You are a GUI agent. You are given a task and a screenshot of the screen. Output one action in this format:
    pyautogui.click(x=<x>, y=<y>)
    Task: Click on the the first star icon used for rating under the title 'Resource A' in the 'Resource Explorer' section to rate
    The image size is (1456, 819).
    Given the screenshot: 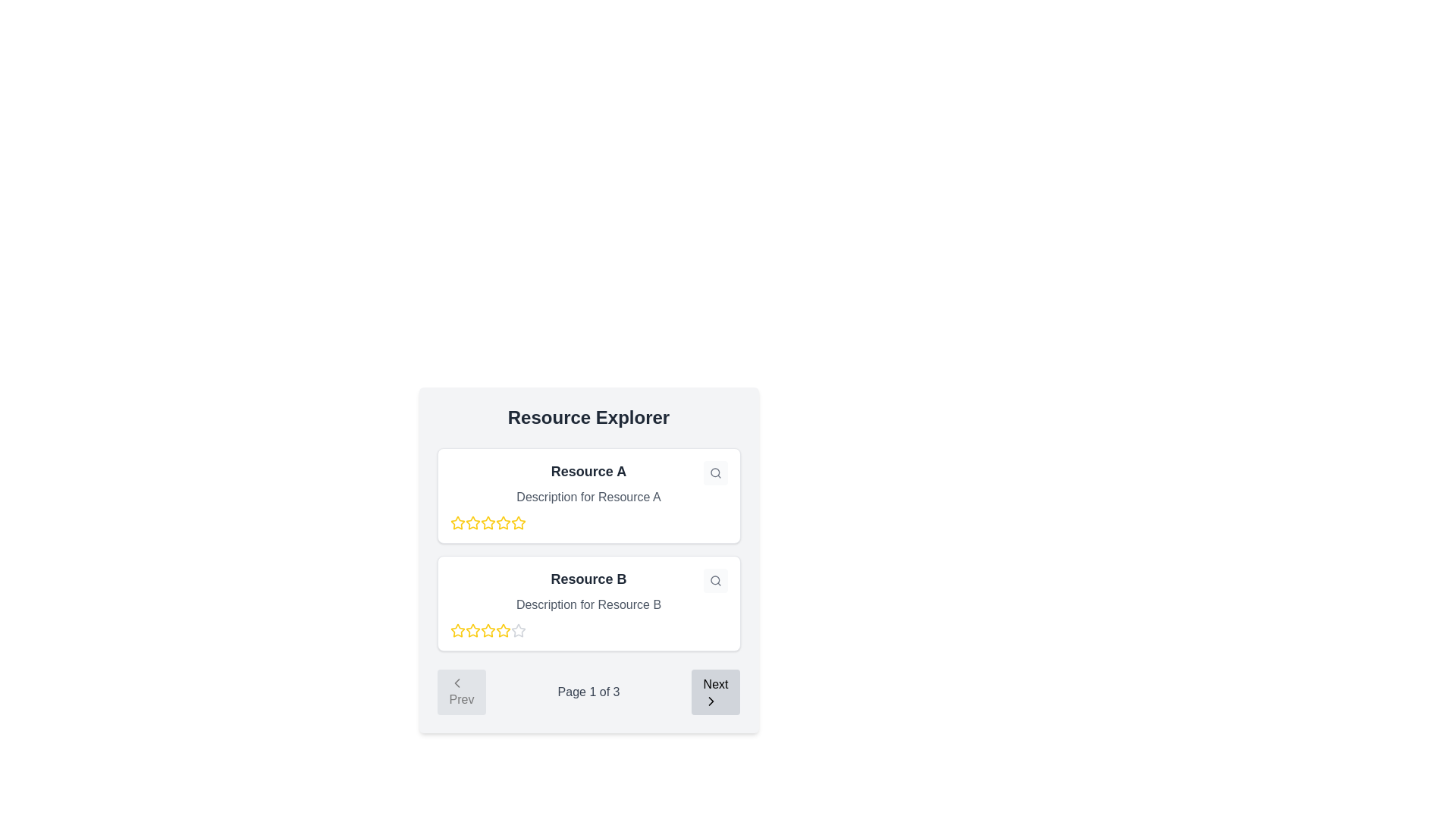 What is the action you would take?
    pyautogui.click(x=457, y=522)
    